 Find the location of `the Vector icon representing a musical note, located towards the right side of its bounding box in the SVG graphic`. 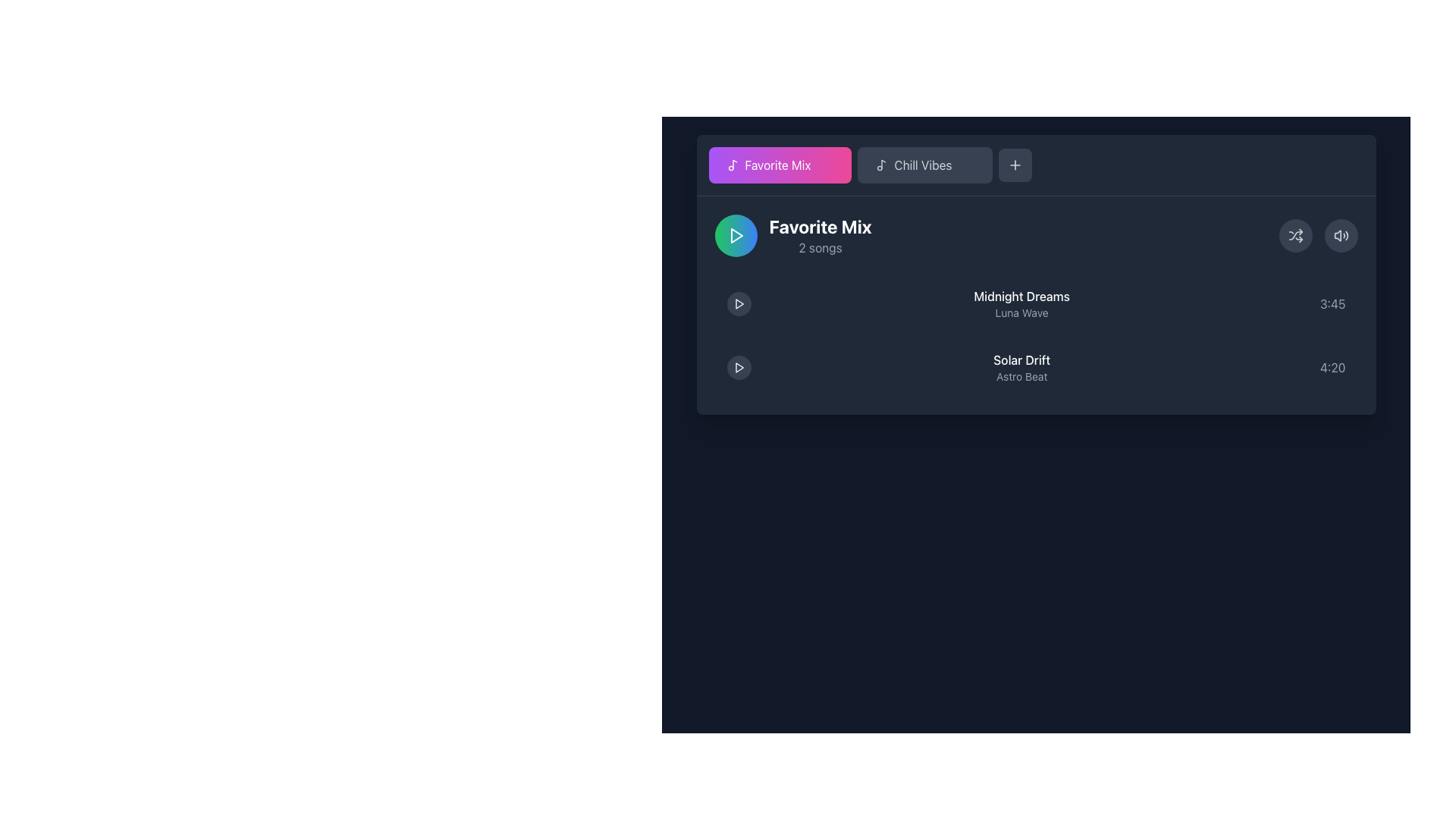

the Vector icon representing a musical note, located towards the right side of its bounding box in the SVG graphic is located at coordinates (734, 164).